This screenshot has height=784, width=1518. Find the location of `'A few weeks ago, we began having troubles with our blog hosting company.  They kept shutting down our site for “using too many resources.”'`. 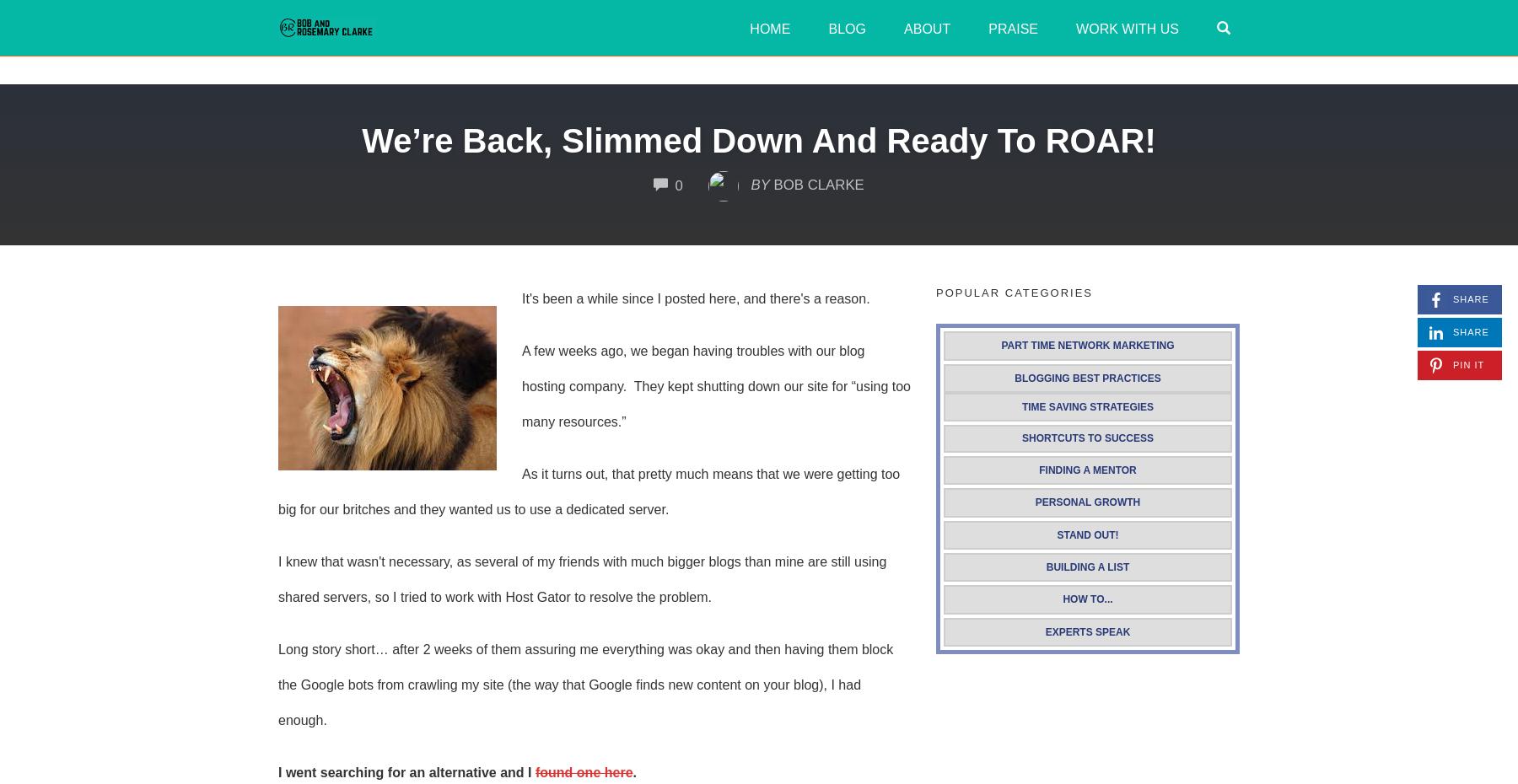

'A few weeks ago, we began having troubles with our blog hosting company.  They kept shutting down our site for “using too many resources.”' is located at coordinates (716, 386).